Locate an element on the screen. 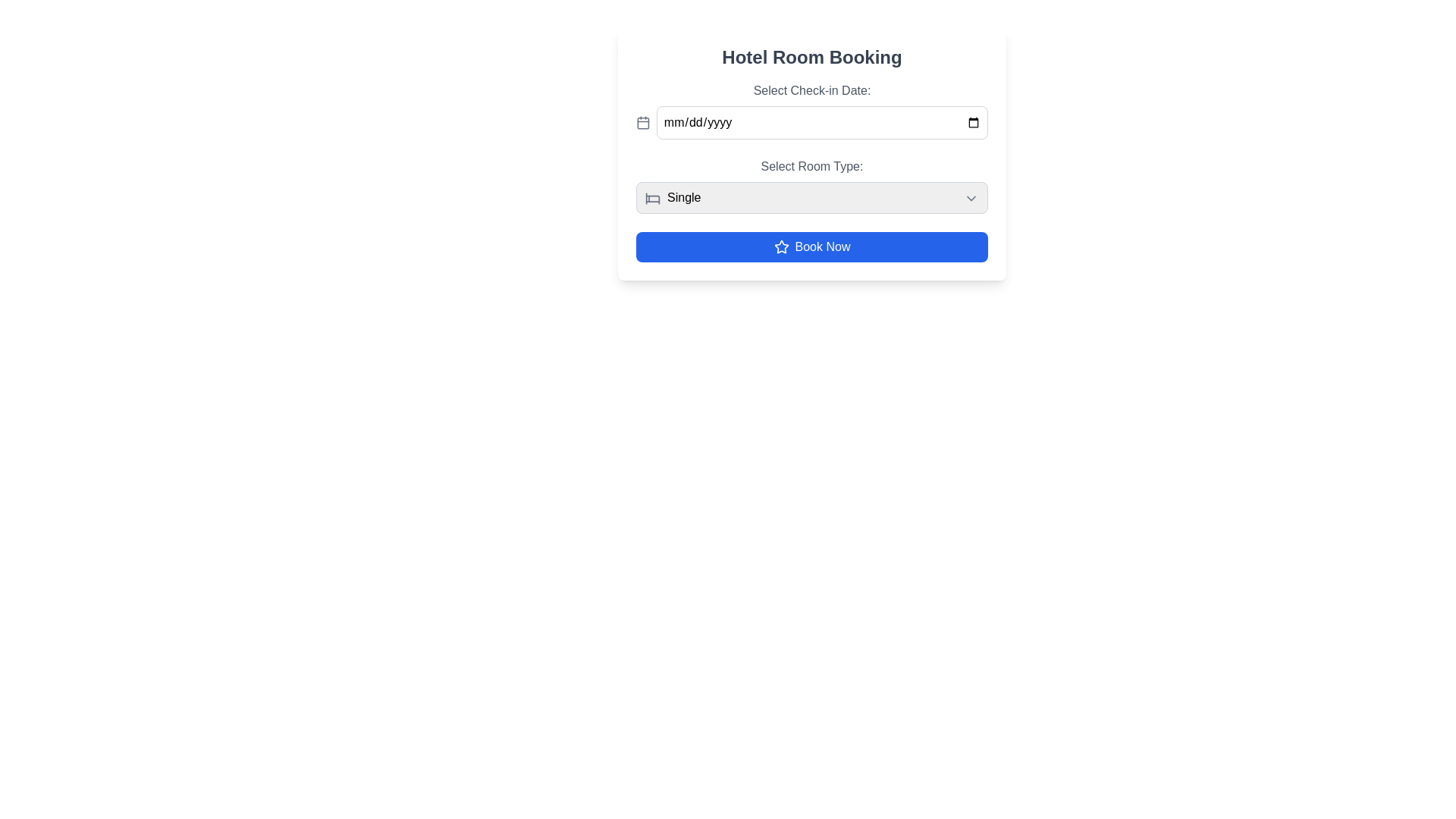  the design of the star-shaped icon outlined in blue, located inside the 'Book Now' button on the left side is located at coordinates (781, 246).